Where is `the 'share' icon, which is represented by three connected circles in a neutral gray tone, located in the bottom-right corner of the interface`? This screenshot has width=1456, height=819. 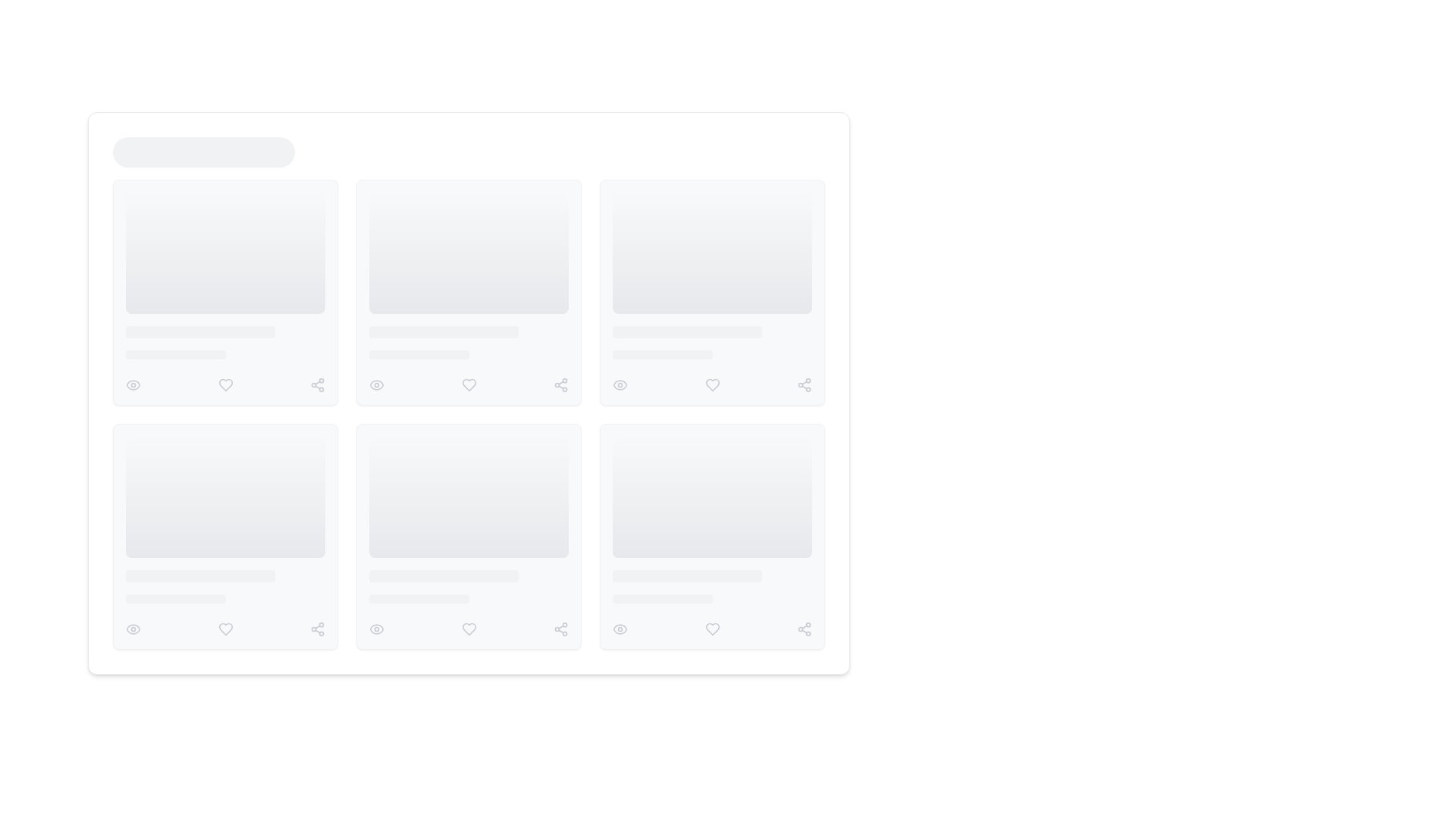
the 'share' icon, which is represented by three connected circles in a neutral gray tone, located in the bottom-right corner of the interface is located at coordinates (803, 629).